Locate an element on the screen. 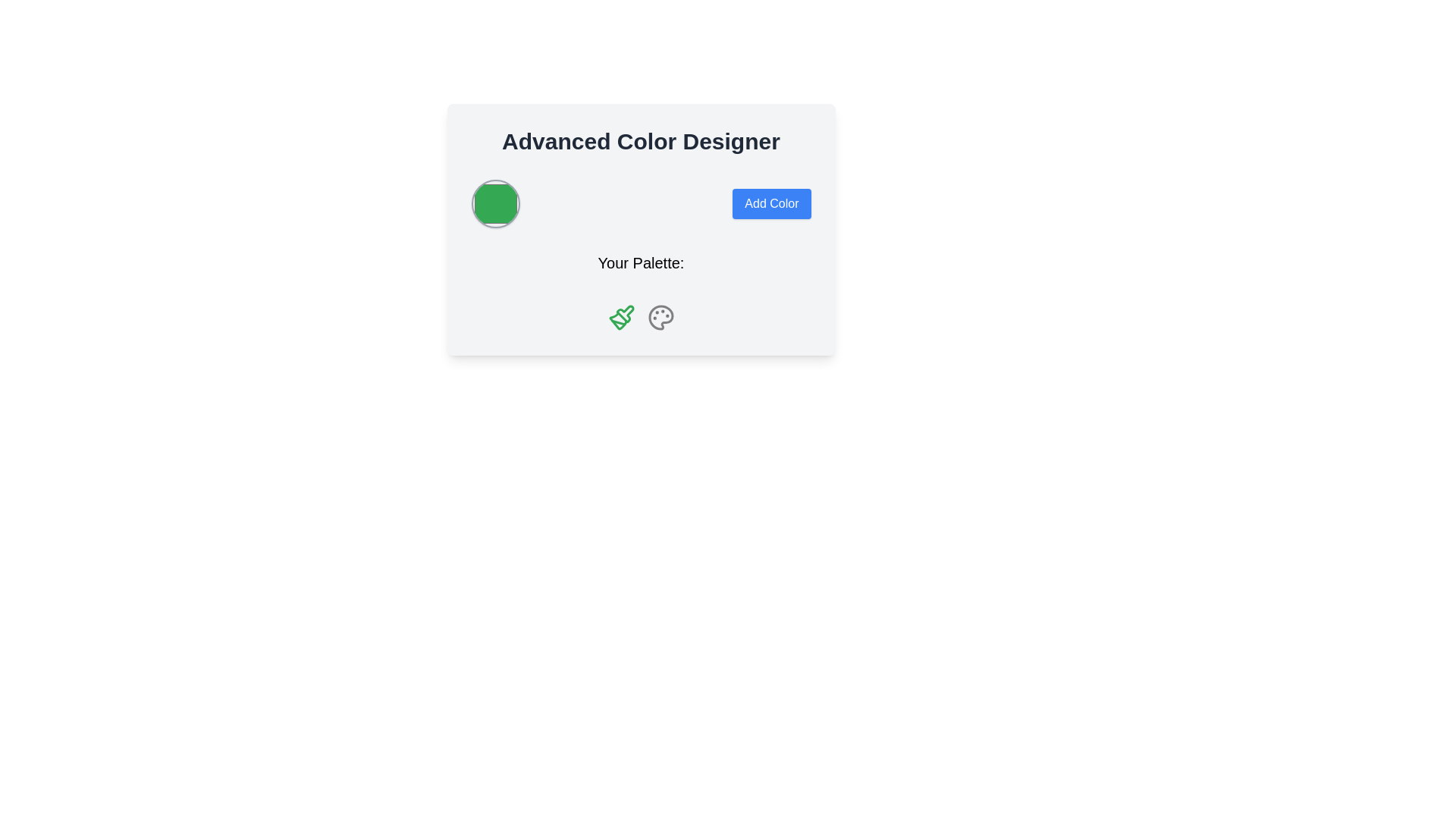 The image size is (1456, 819). the circular green button in the Color Designer Card is located at coordinates (641, 230).